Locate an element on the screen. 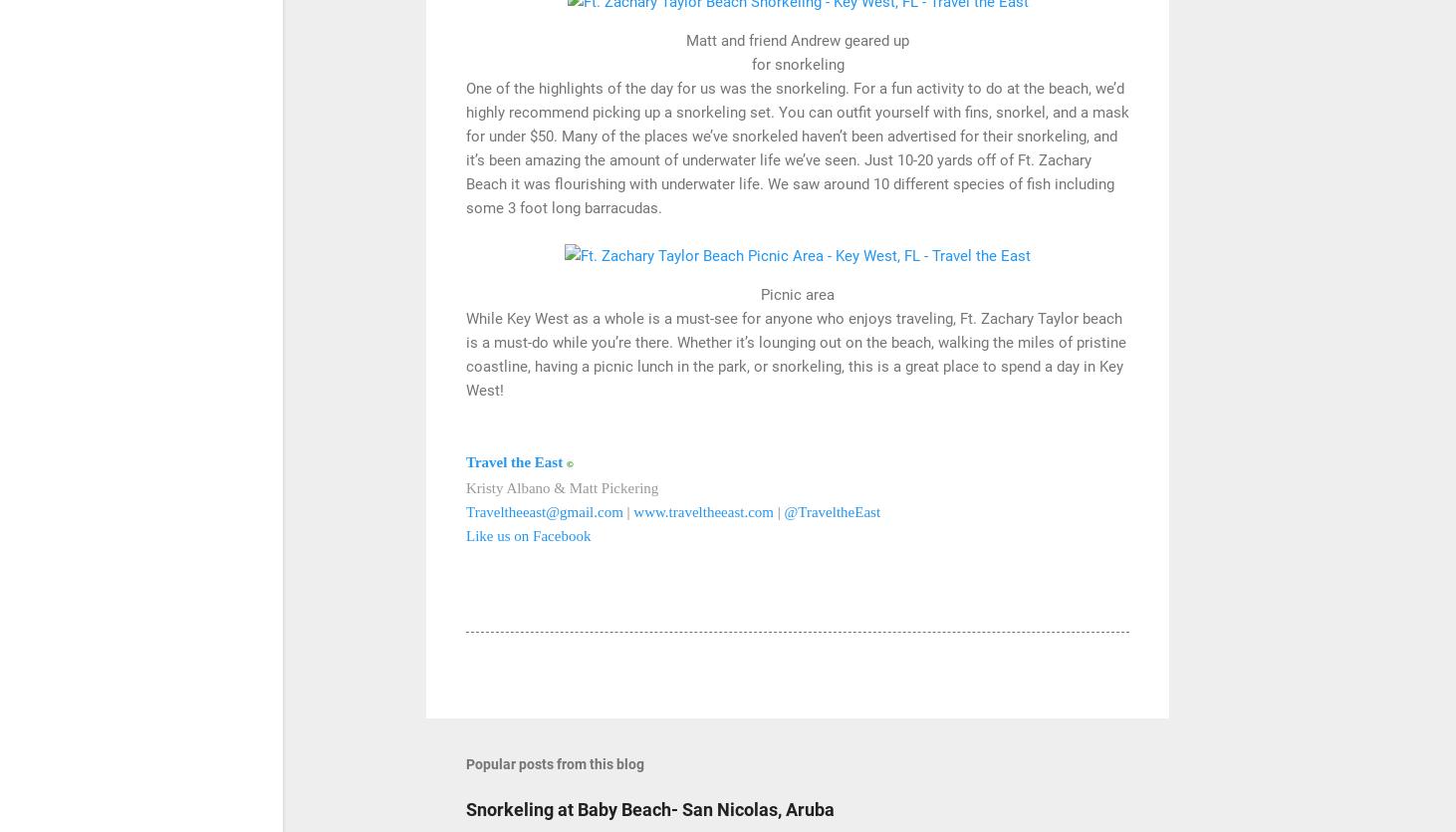  'Snorkeling at Baby Beach- San Nicolas, Aruba' is located at coordinates (649, 808).